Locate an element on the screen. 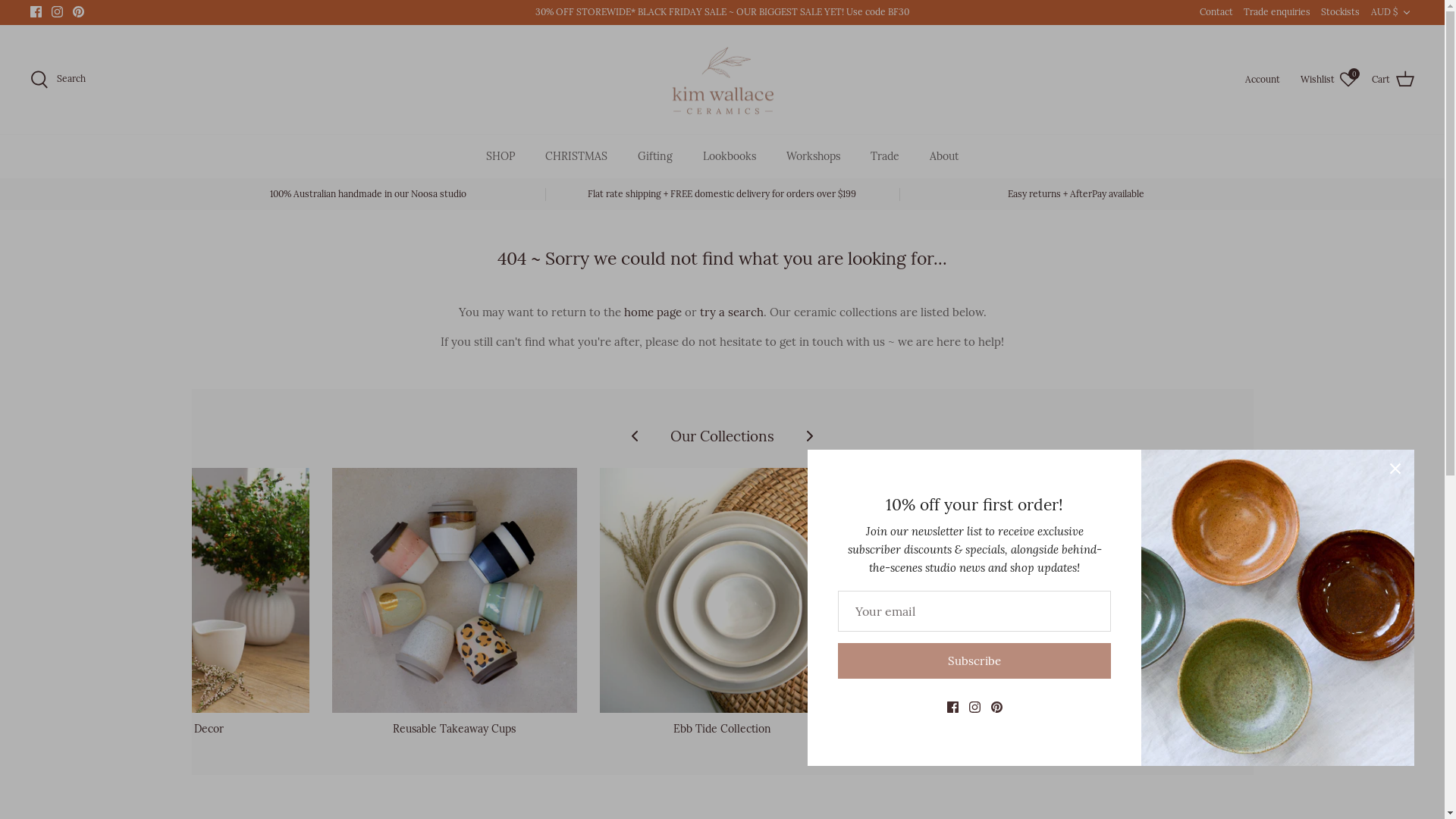 This screenshot has width=1456, height=819. 'home page' is located at coordinates (651, 311).